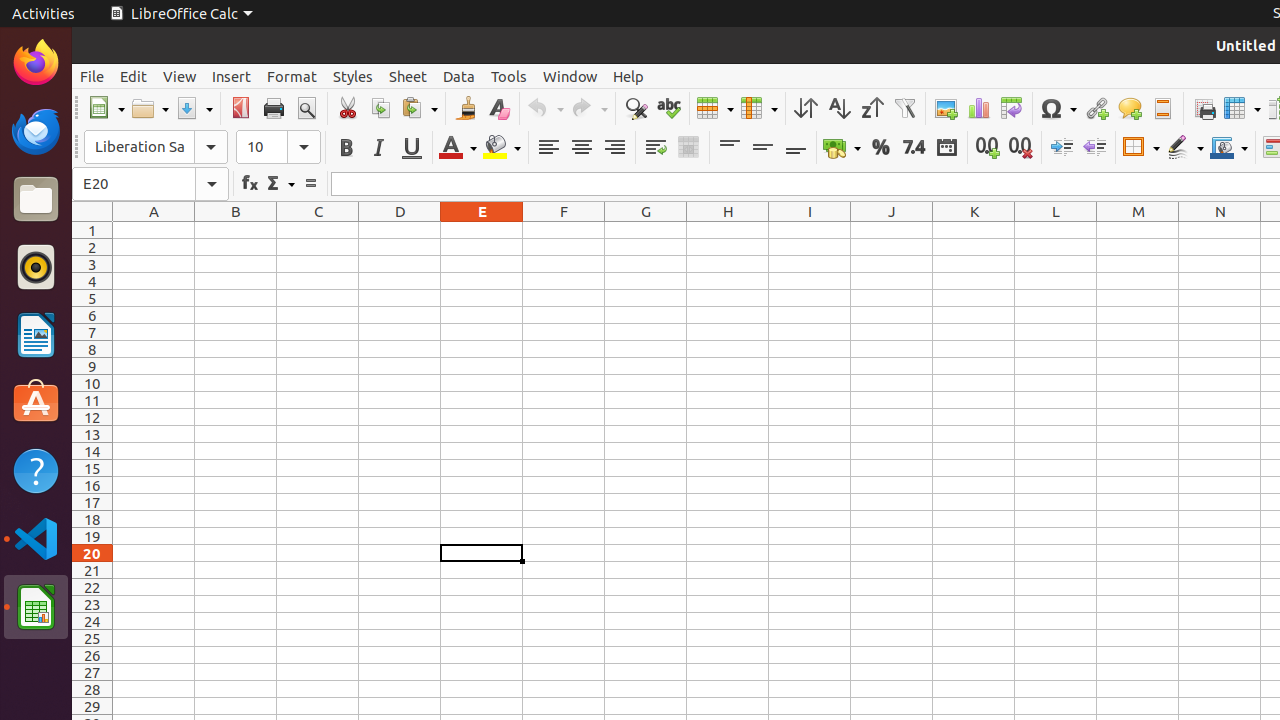 The height and width of the screenshot is (720, 1280). I want to click on 'Row', so click(715, 108).